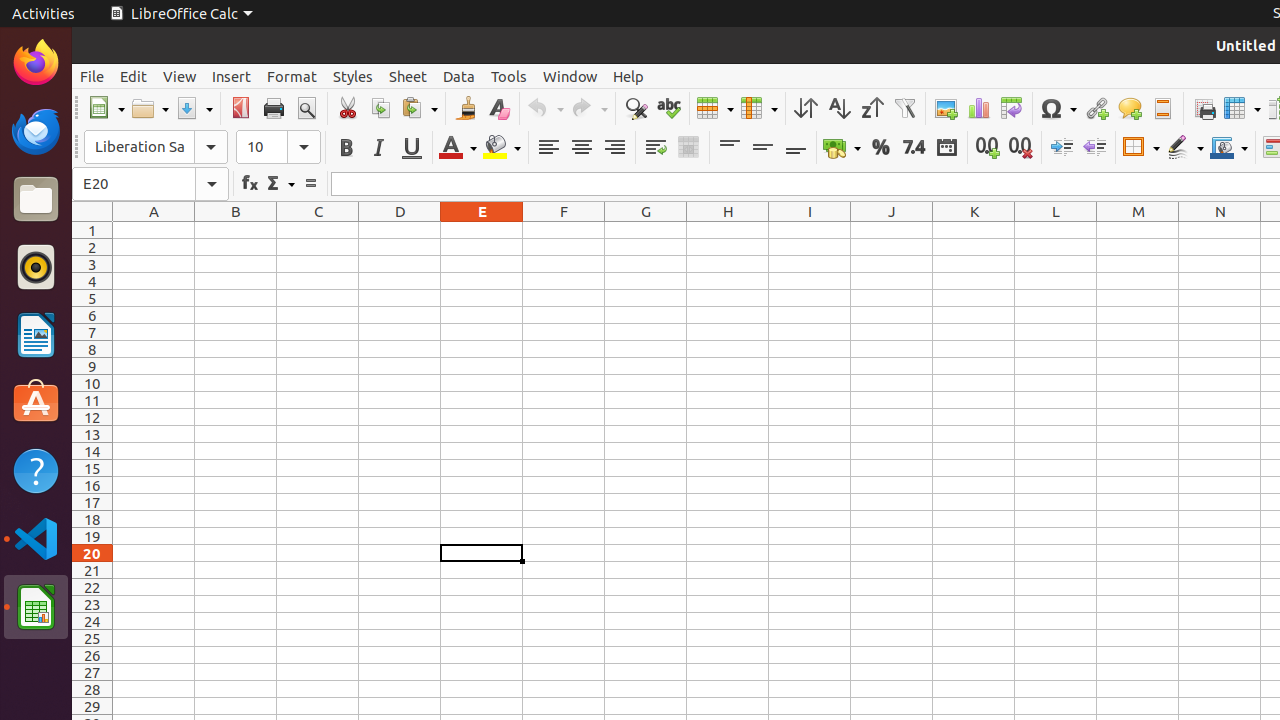 The height and width of the screenshot is (720, 1280). I want to click on 'Row', so click(715, 108).